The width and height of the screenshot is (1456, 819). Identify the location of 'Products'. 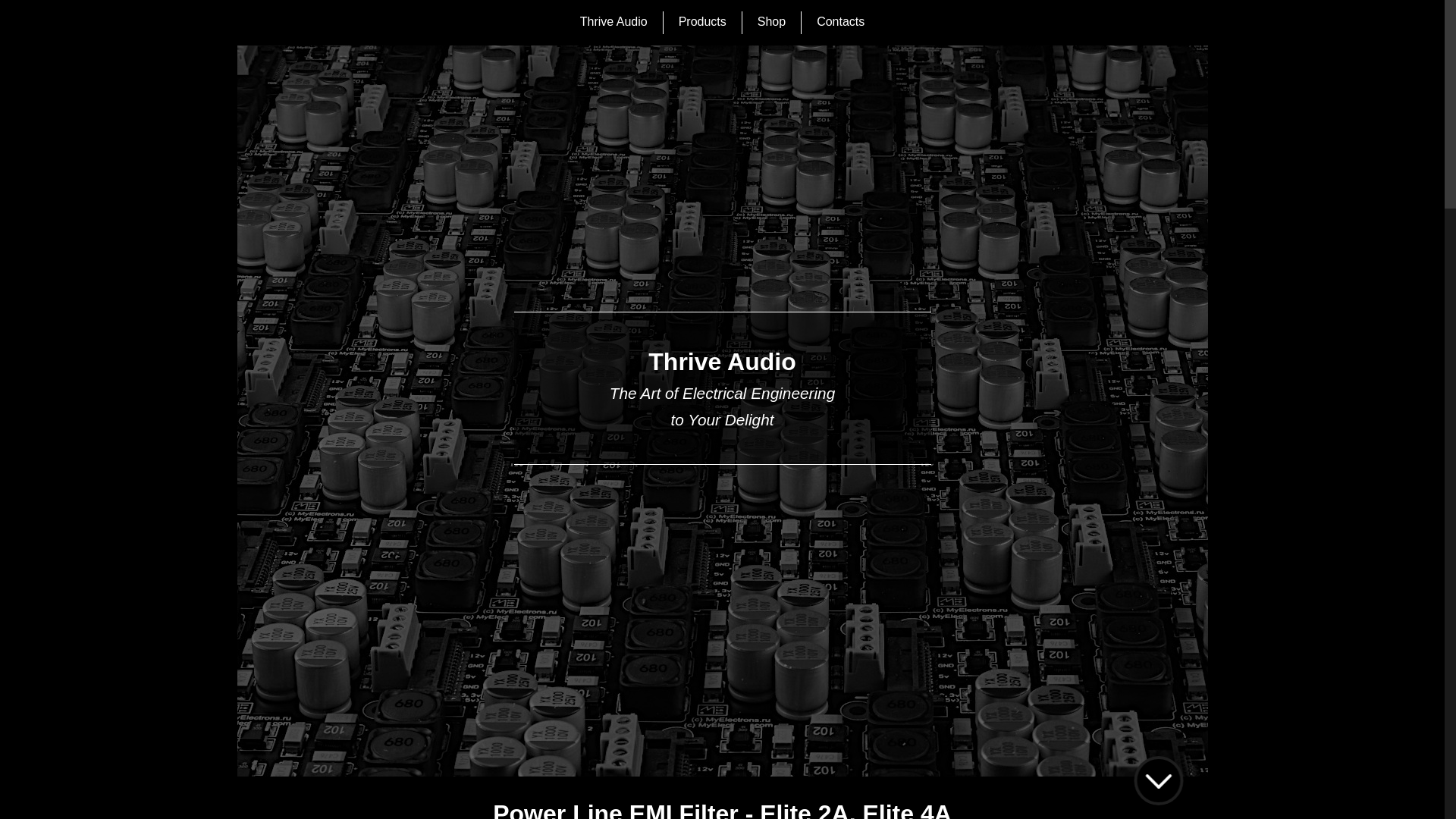
(677, 23).